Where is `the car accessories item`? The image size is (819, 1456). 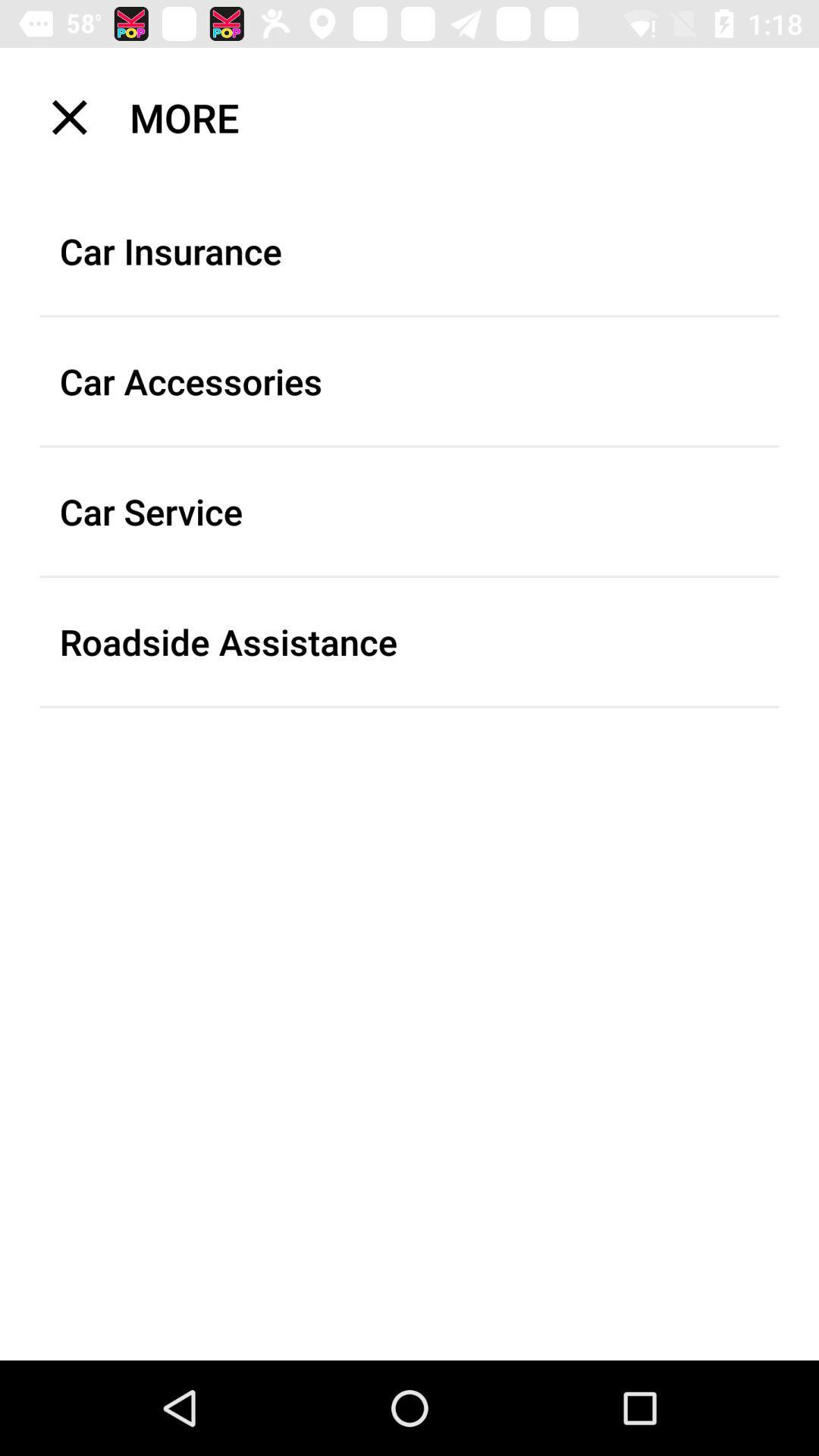 the car accessories item is located at coordinates (409, 381).